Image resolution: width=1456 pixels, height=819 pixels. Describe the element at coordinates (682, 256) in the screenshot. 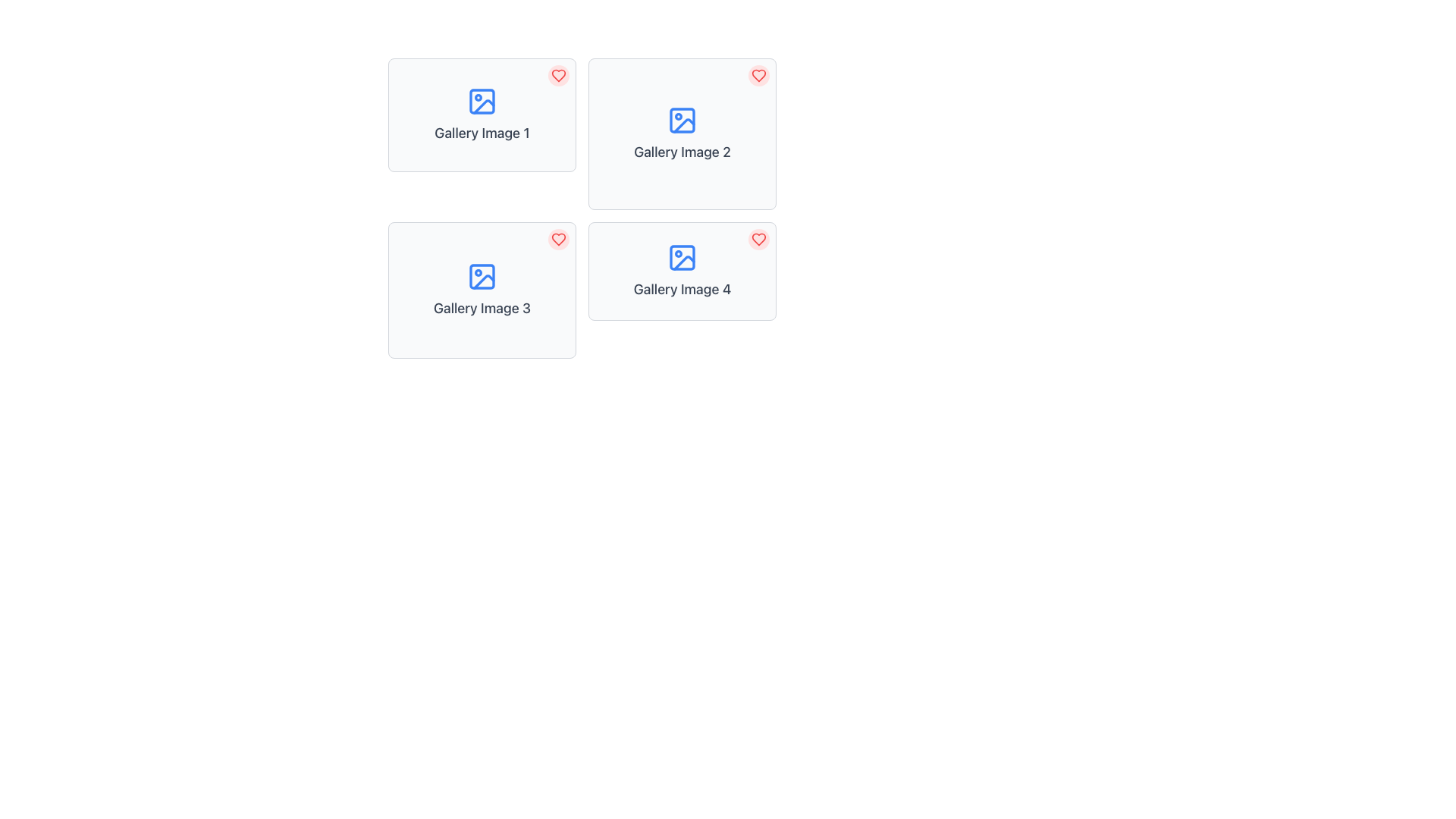

I see `the blue icon resembling a simplistic image depiction located within the graphical list item labeled 'Gallery Image 4'` at that location.